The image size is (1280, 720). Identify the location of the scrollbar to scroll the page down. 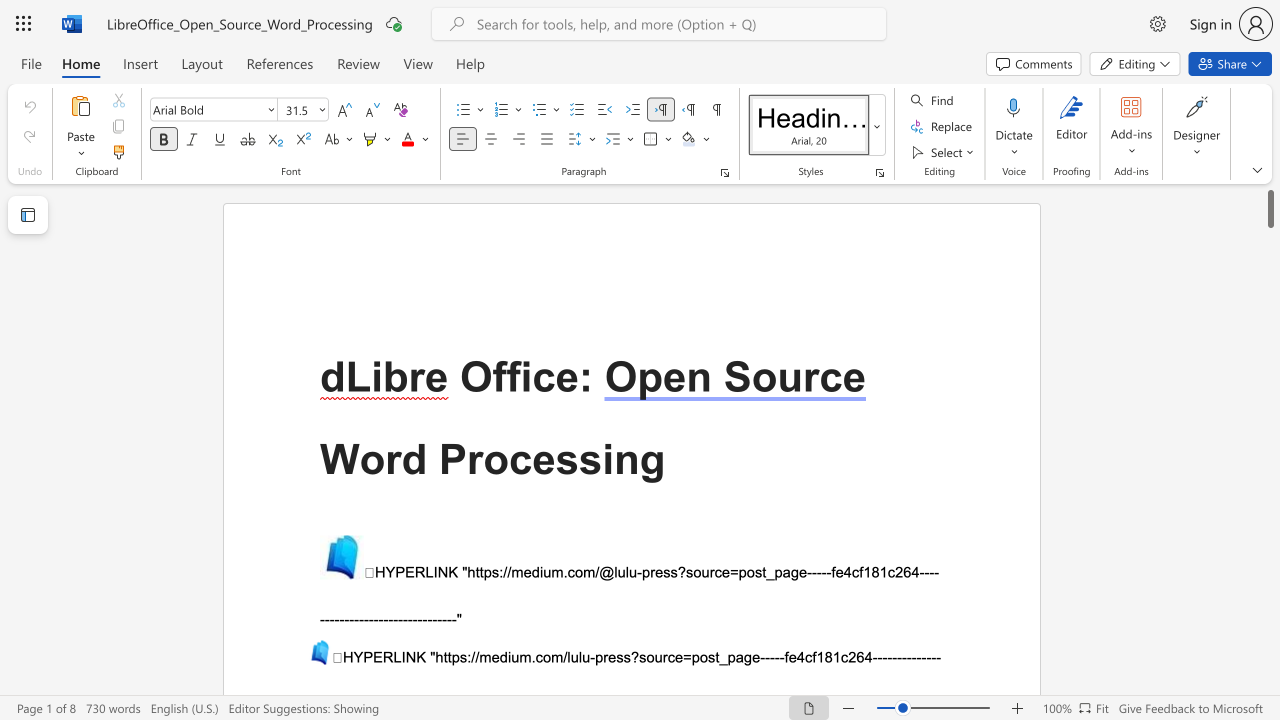
(1269, 300).